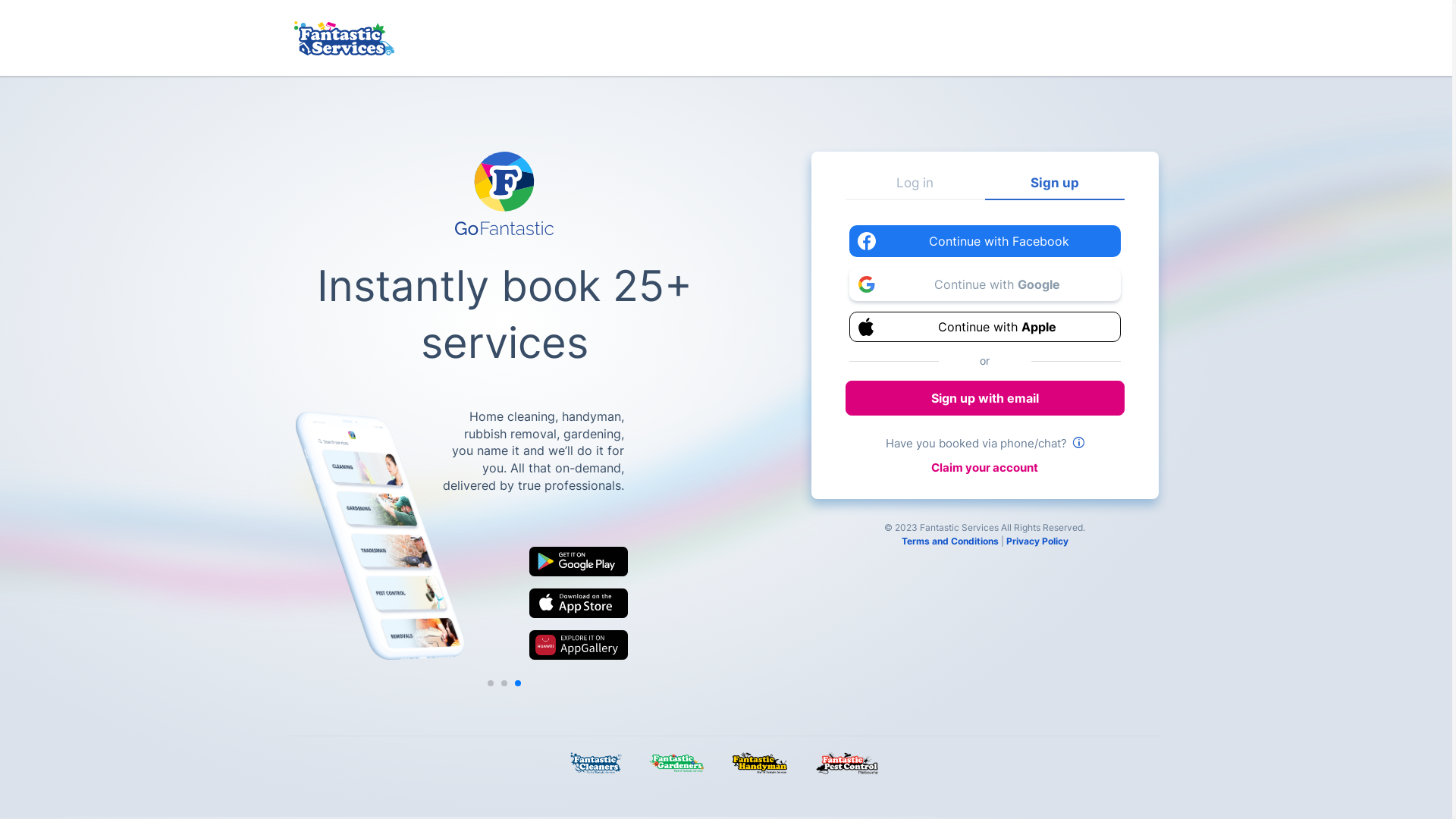  Describe the element at coordinates (949, 540) in the screenshot. I see `'Terms and Conditions'` at that location.